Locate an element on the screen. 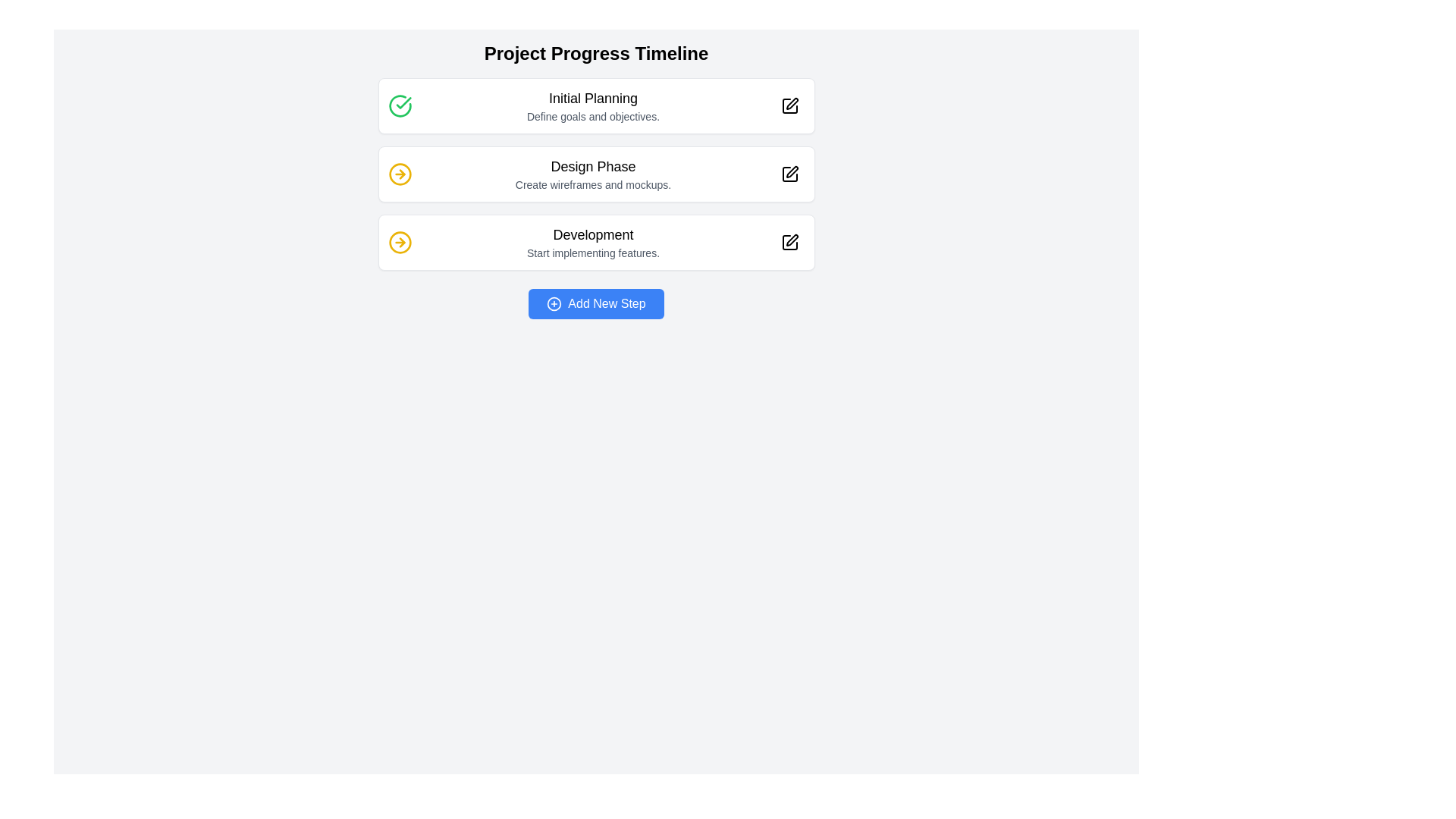  the text element that reads 'Start implementing features.' which is styled in a small-sized, gray-colored font and appears below the bold title 'Development' is located at coordinates (592, 253).